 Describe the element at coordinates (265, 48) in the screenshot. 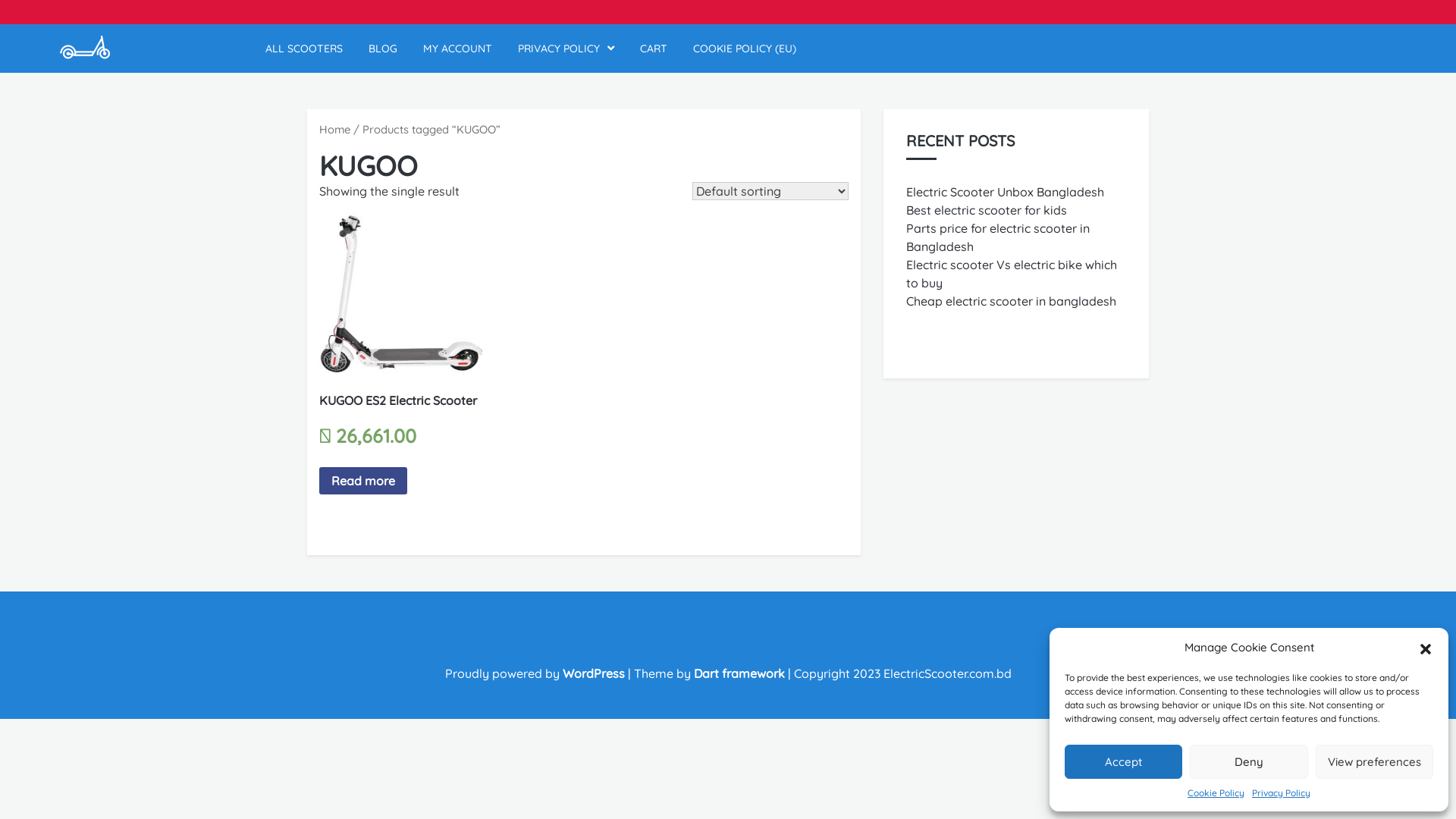

I see `'ALL SCOOTERS'` at that location.